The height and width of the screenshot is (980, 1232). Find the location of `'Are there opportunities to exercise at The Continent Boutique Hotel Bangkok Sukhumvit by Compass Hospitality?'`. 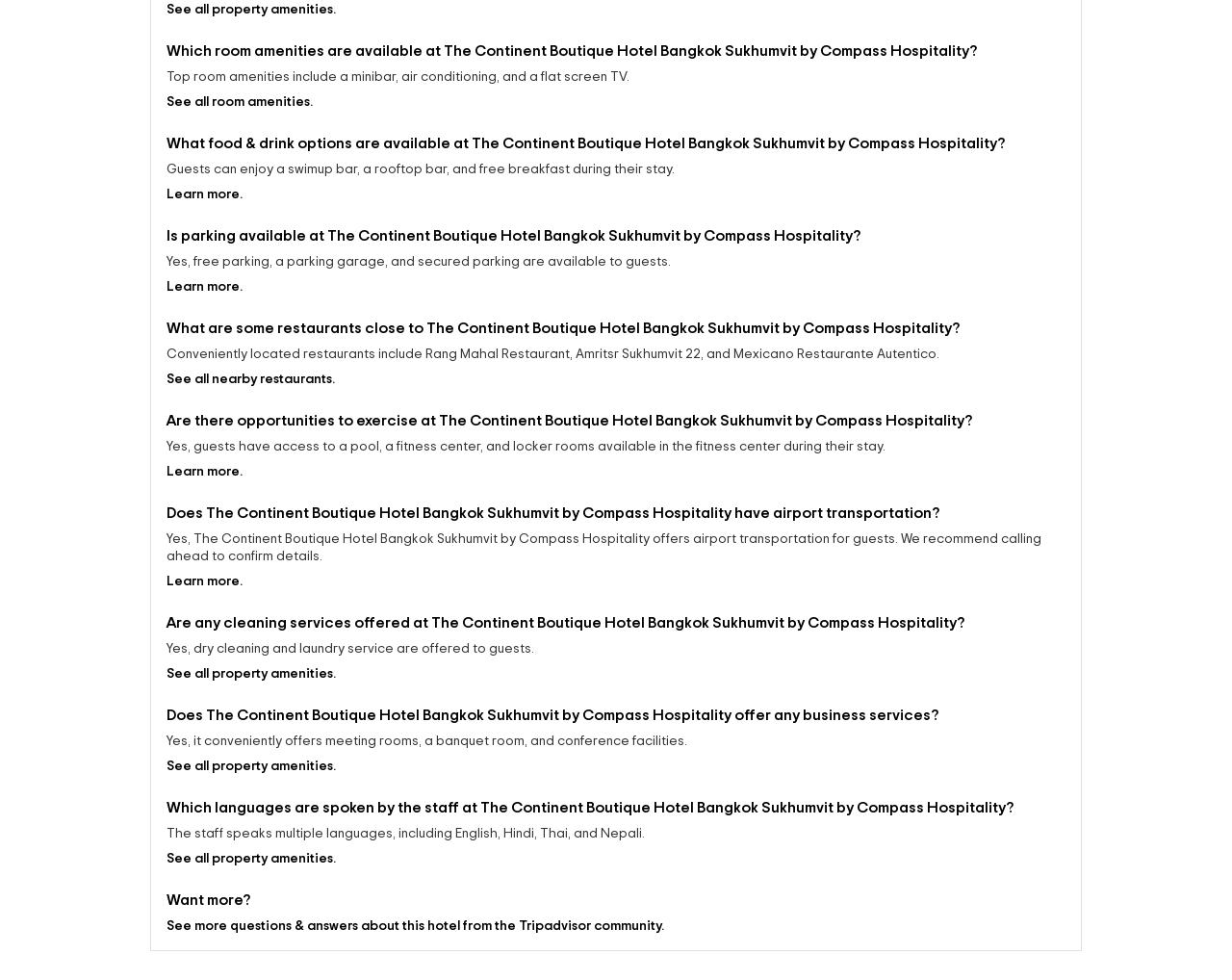

'Are there opportunities to exercise at The Continent Boutique Hotel Bangkok Sukhumvit by Compass Hospitality?' is located at coordinates (568, 487).